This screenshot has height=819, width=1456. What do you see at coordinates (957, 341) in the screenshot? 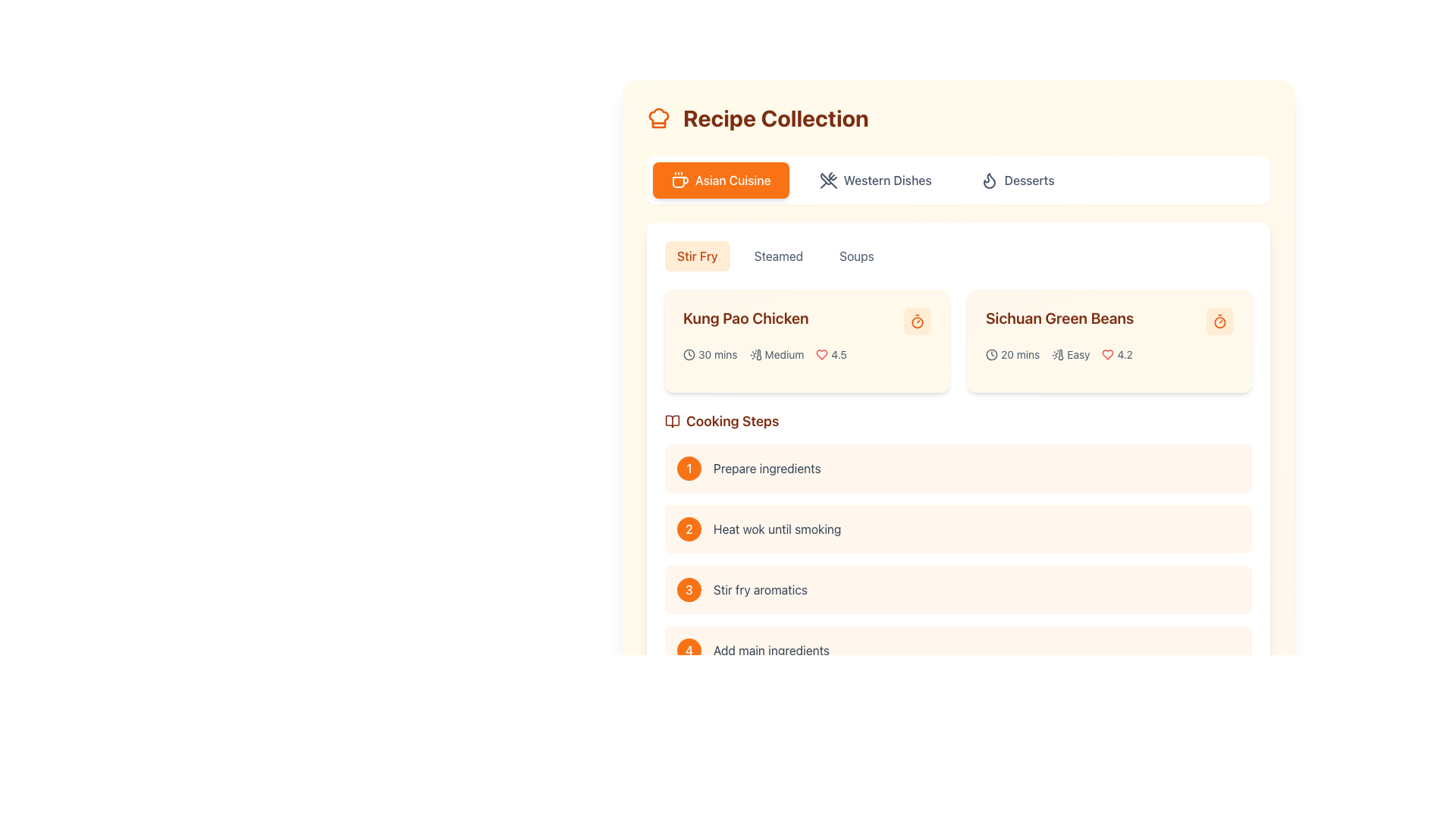
I see `the interactive recipe cards grid layout` at bounding box center [957, 341].